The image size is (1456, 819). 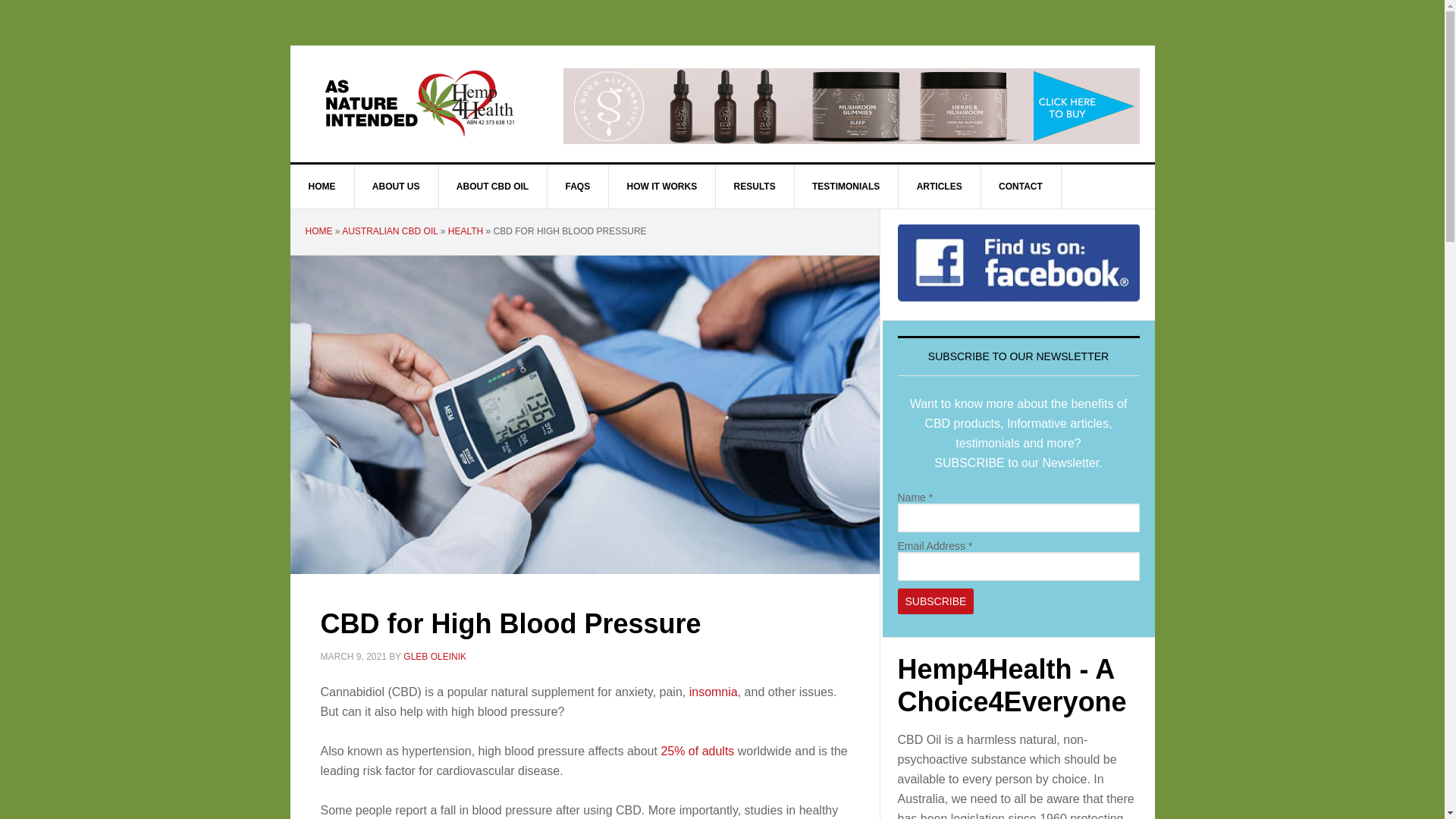 I want to click on 'Subscribe', so click(x=898, y=601).